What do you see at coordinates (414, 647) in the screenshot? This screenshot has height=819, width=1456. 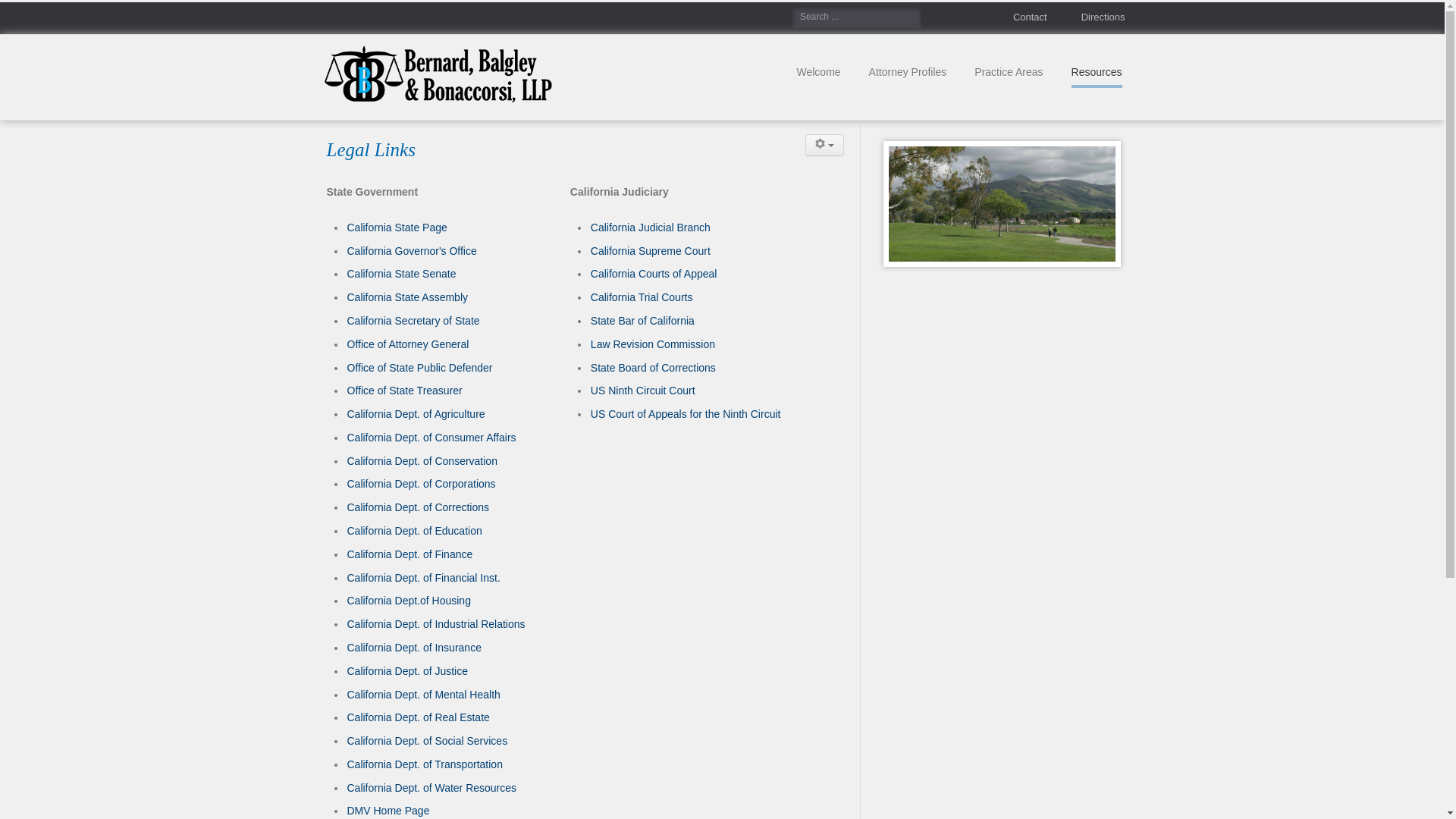 I see `'California Dept. of Insurance'` at bounding box center [414, 647].